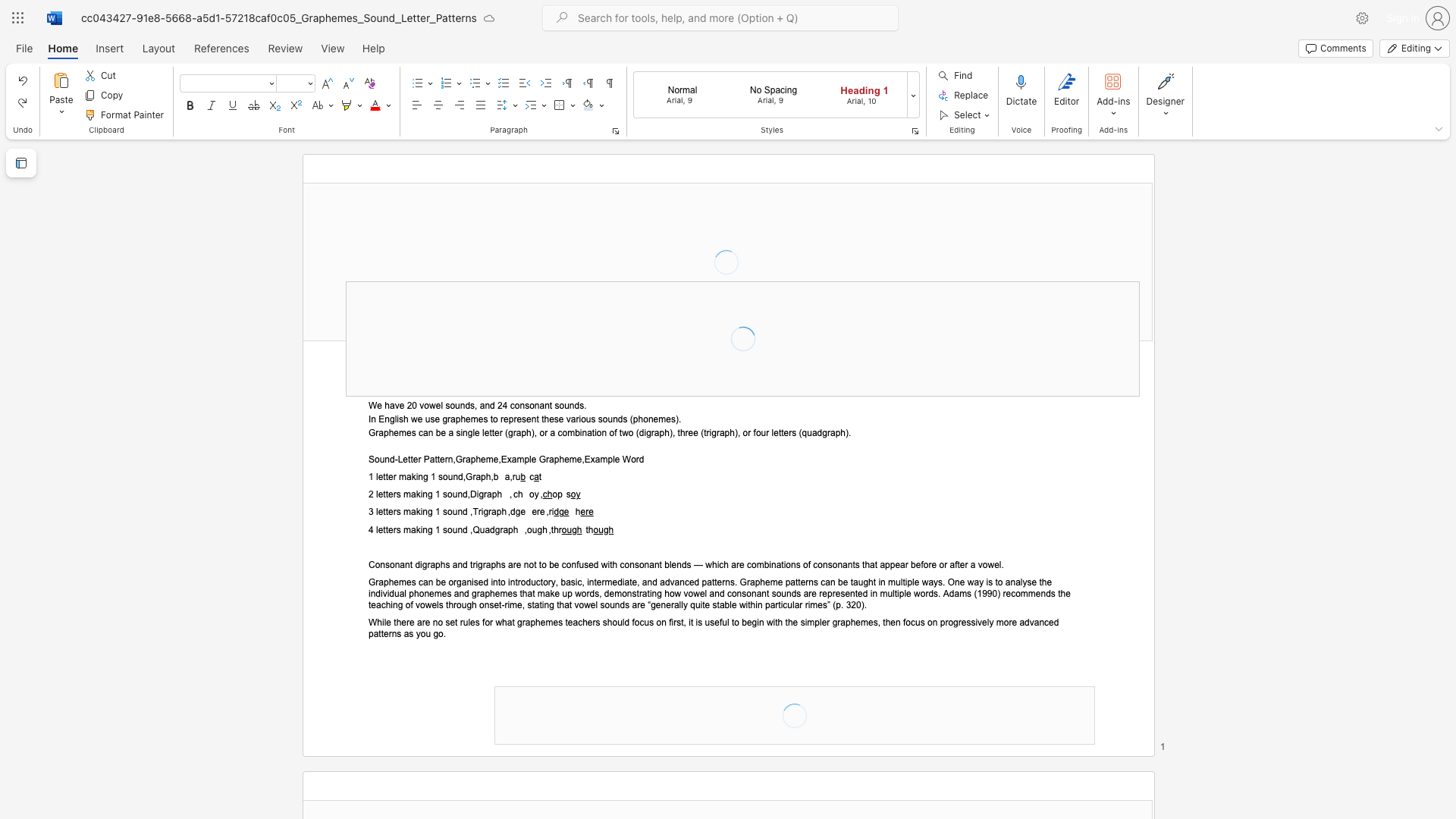 The image size is (1456, 819). I want to click on the space between the continuous character "L" and "e" in the text, so click(403, 459).